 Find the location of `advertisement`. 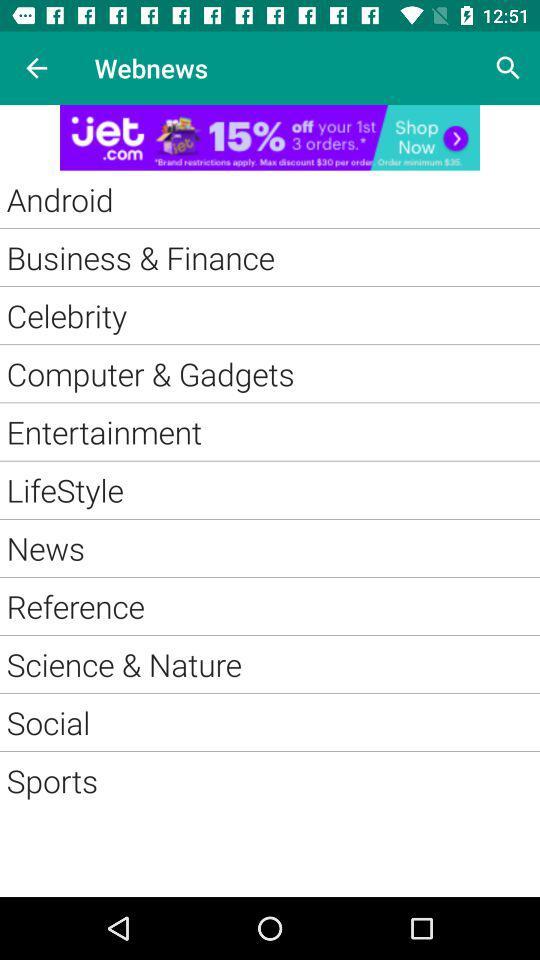

advertisement is located at coordinates (270, 136).